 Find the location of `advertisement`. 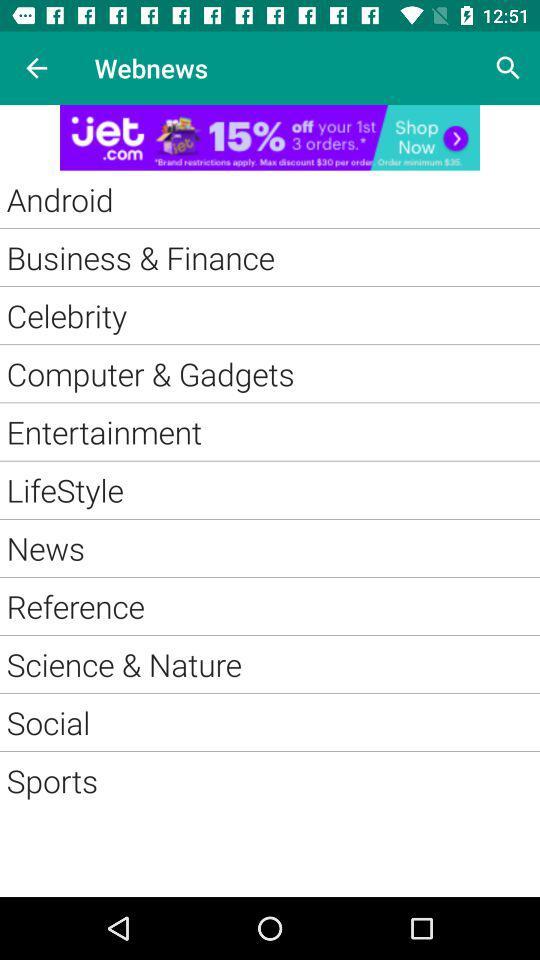

advertisement is located at coordinates (270, 136).